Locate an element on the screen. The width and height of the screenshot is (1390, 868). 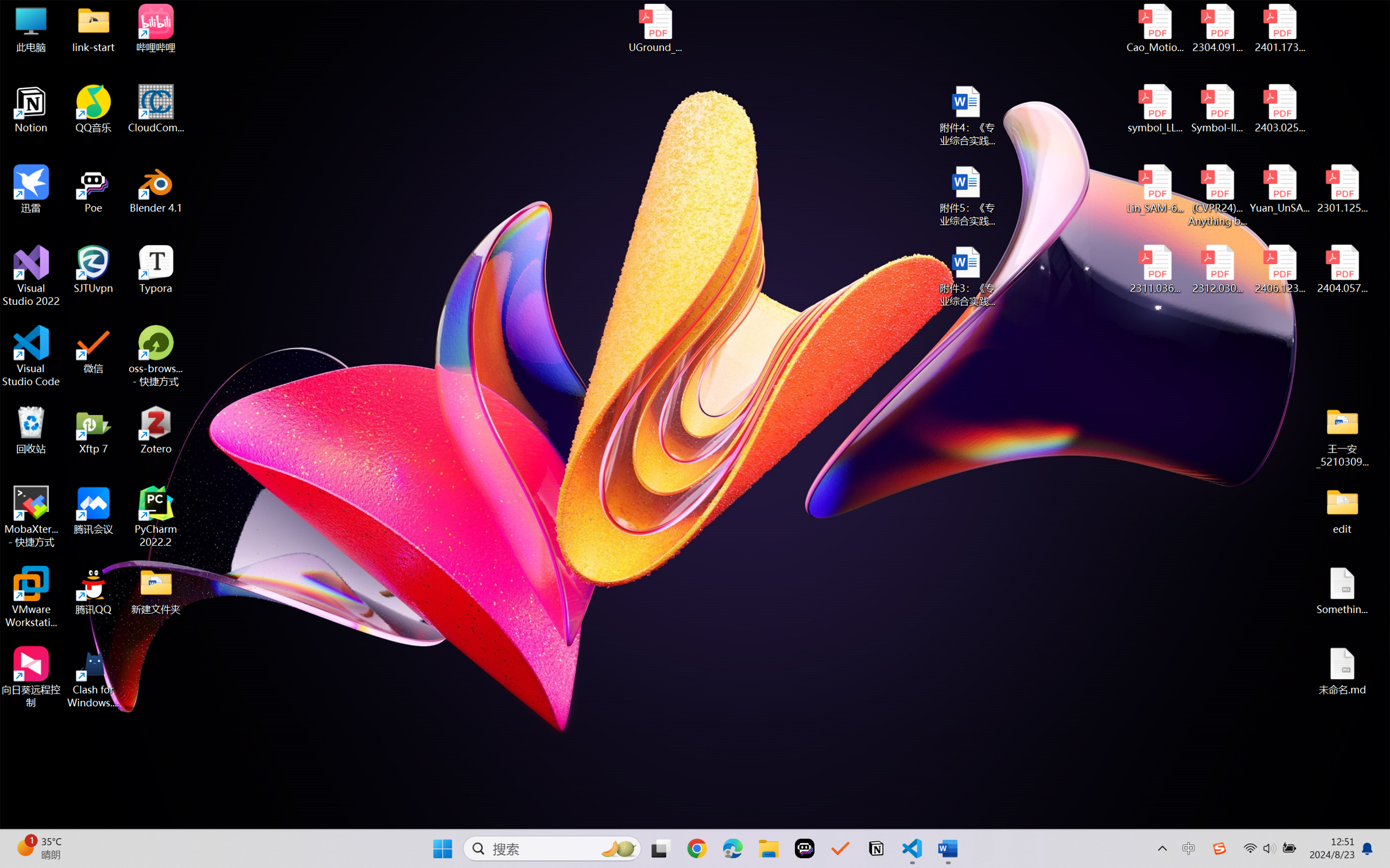
'Xftp 7' is located at coordinates (94, 429).